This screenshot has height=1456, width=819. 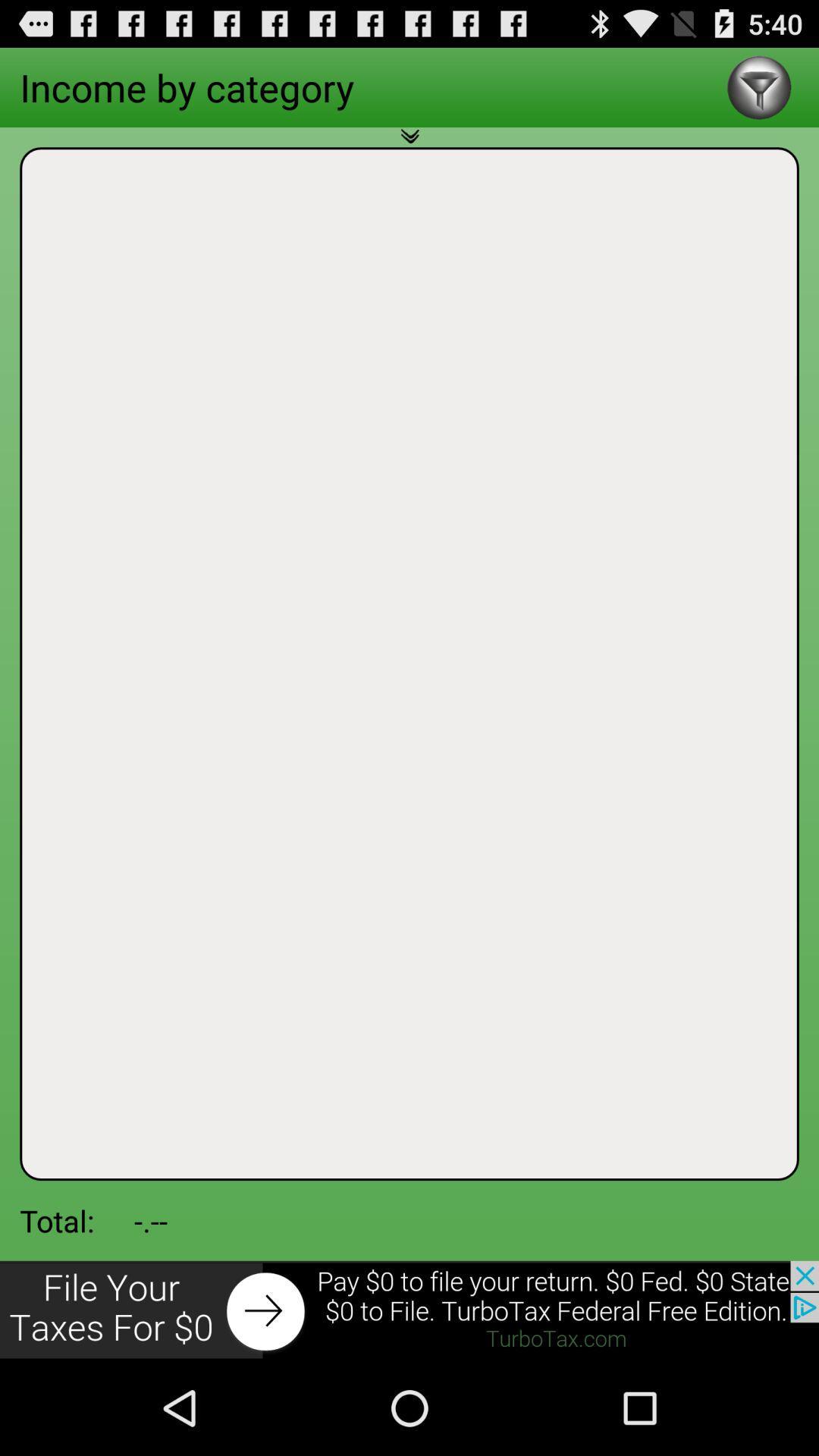 What do you see at coordinates (409, 1310) in the screenshot?
I see `click for more info` at bounding box center [409, 1310].